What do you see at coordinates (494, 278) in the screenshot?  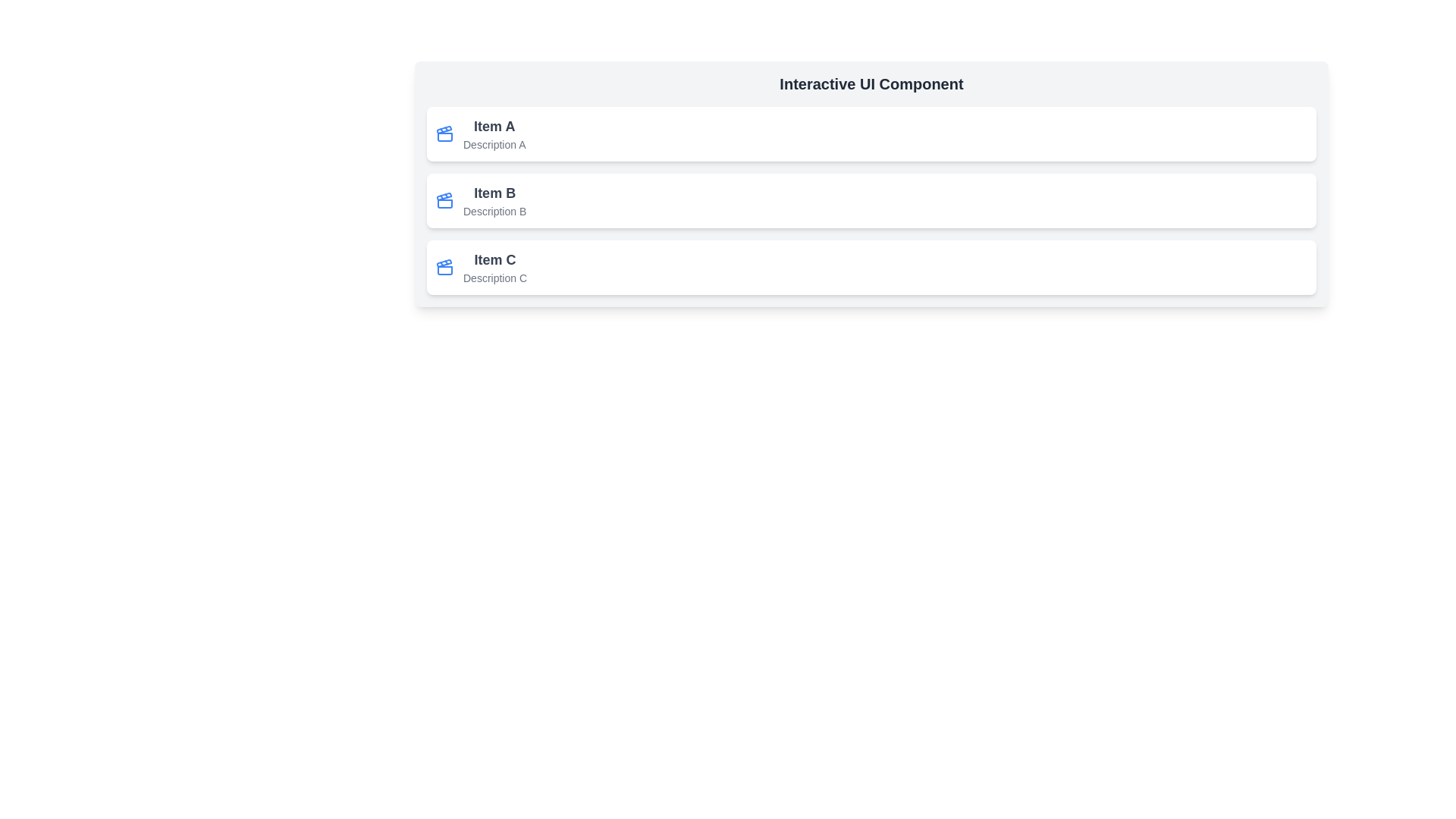 I see `the text label providing additional information about 'Item C', located beneath the title 'Item C'` at bounding box center [494, 278].